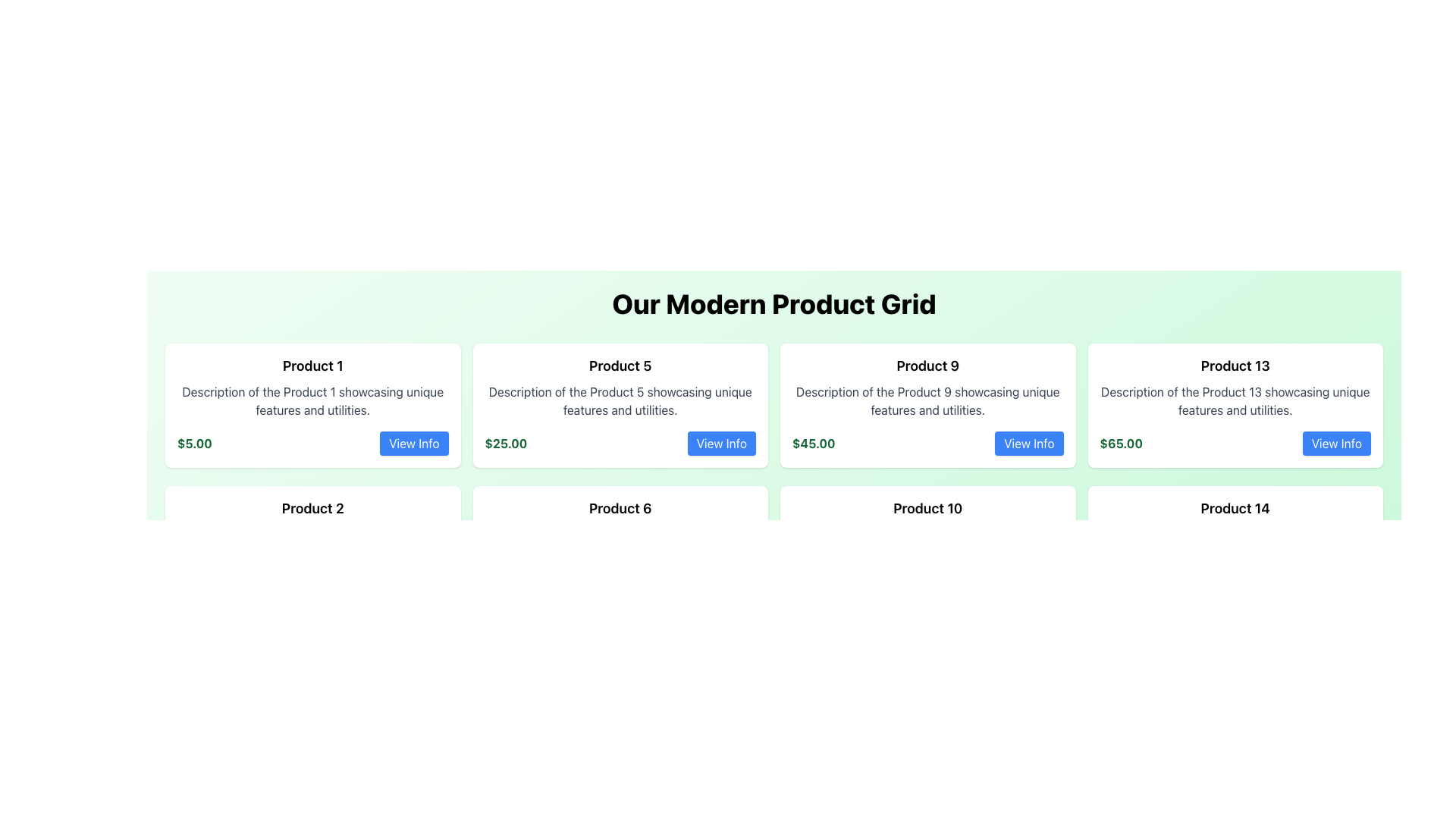  Describe the element at coordinates (620, 366) in the screenshot. I see `the text label displaying 'Product 5' for accessibility purposes, located in the second column of the top row of the grid layout within a card-like structure` at that location.